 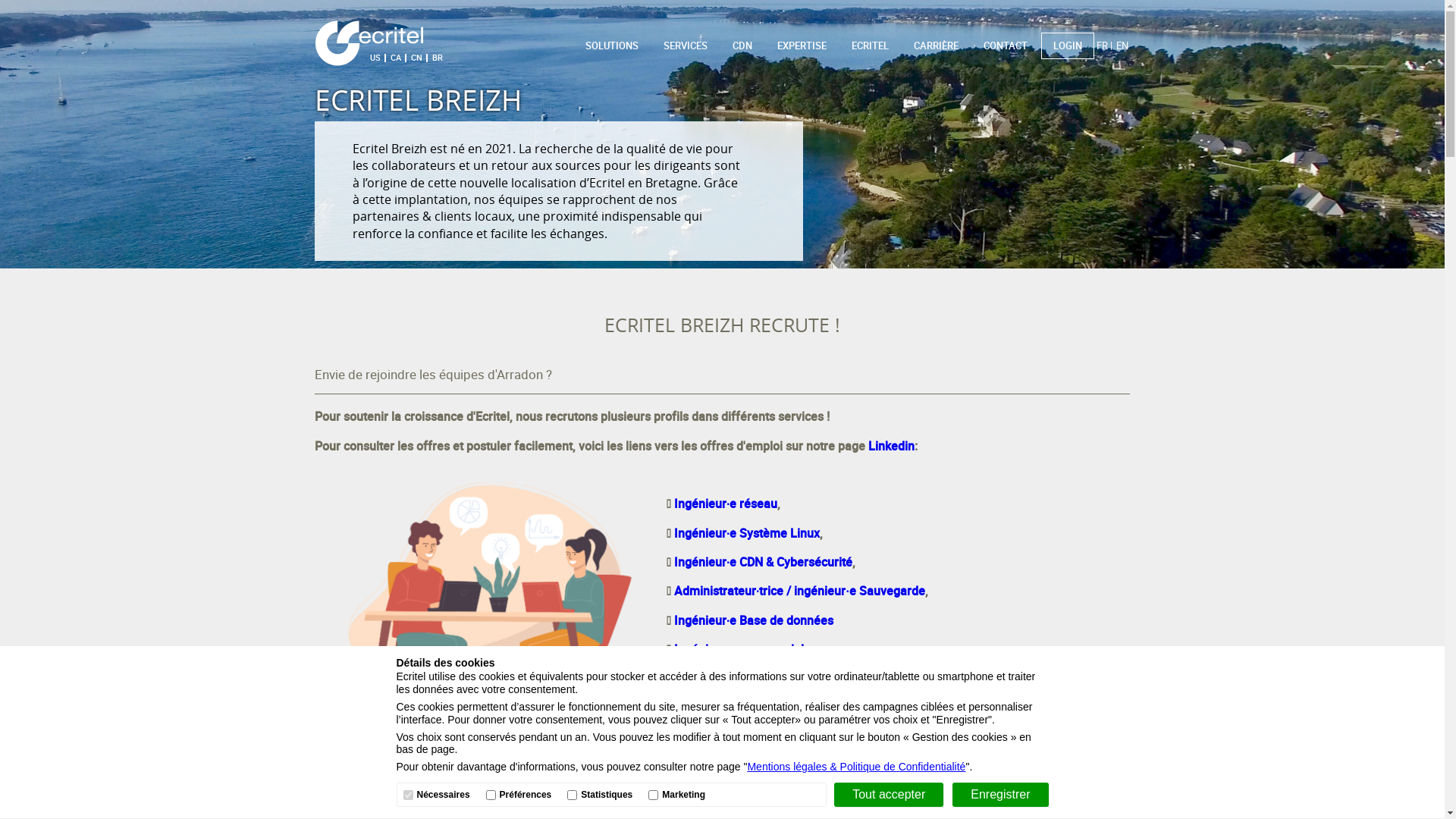 I want to click on 'SOLUTIONS', so click(x=611, y=45).